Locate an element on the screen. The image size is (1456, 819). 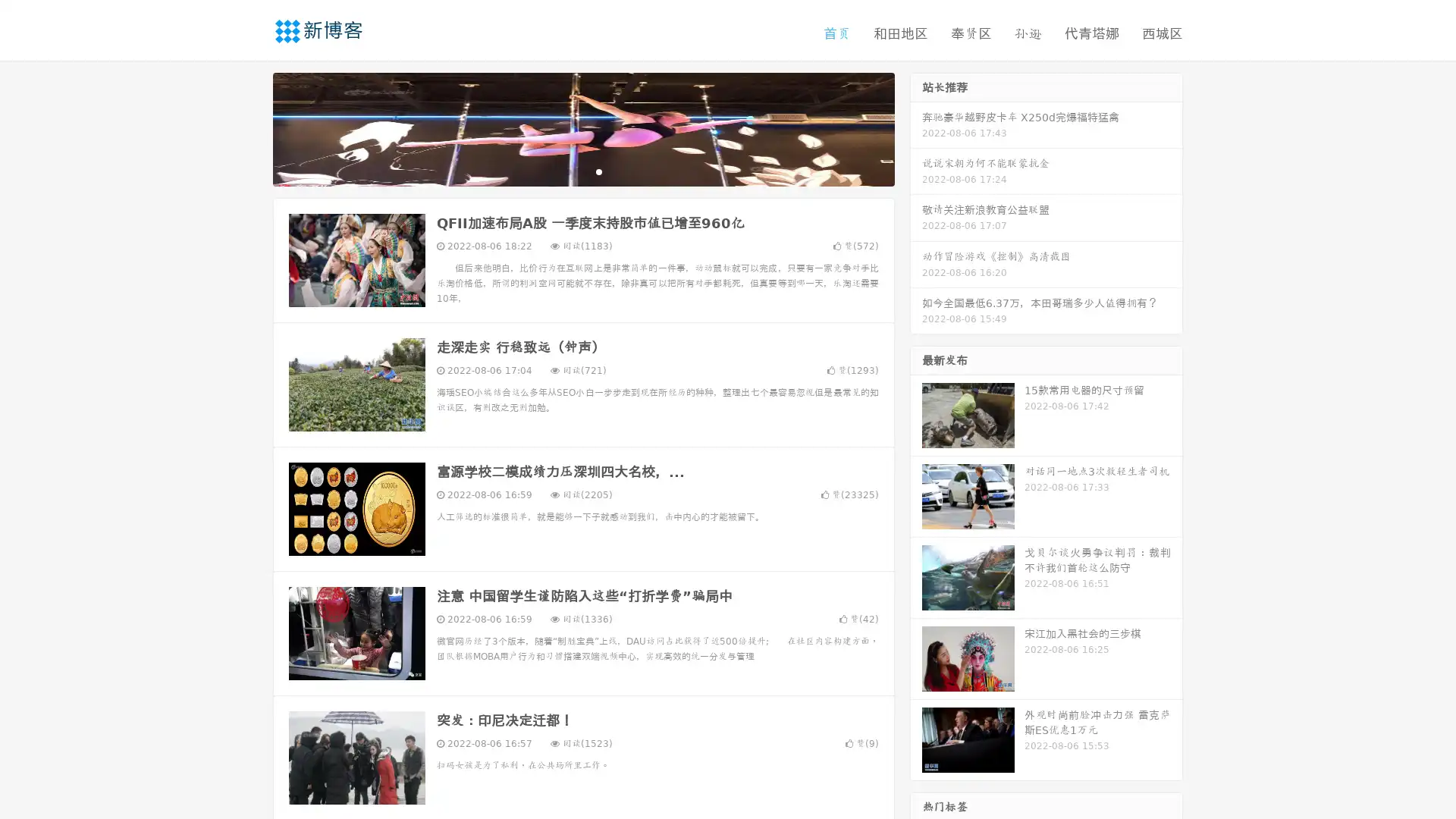
Go to slide 3 is located at coordinates (598, 171).